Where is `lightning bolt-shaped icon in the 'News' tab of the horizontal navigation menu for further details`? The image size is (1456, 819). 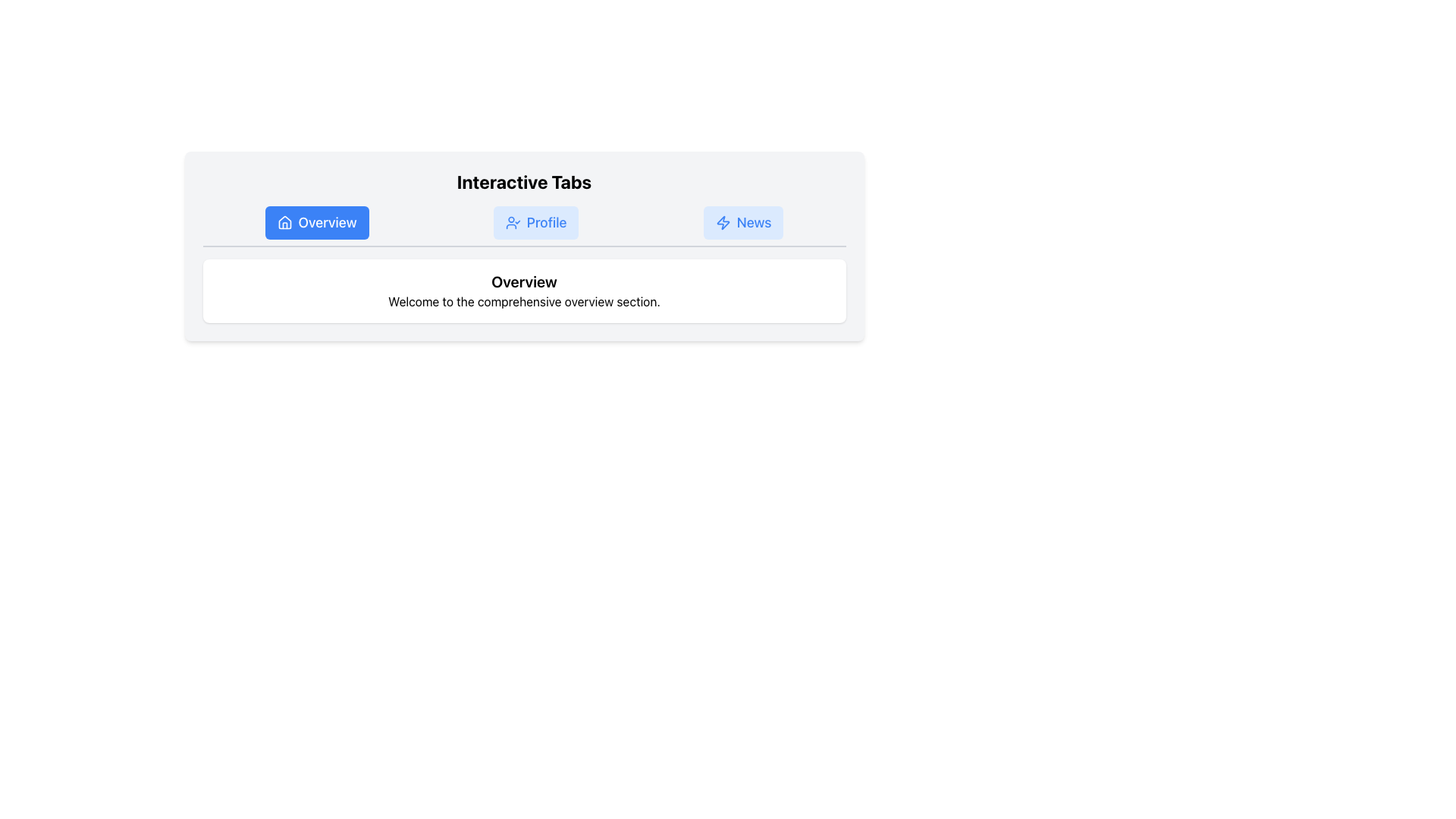
lightning bolt-shaped icon in the 'News' tab of the horizontal navigation menu for further details is located at coordinates (722, 222).